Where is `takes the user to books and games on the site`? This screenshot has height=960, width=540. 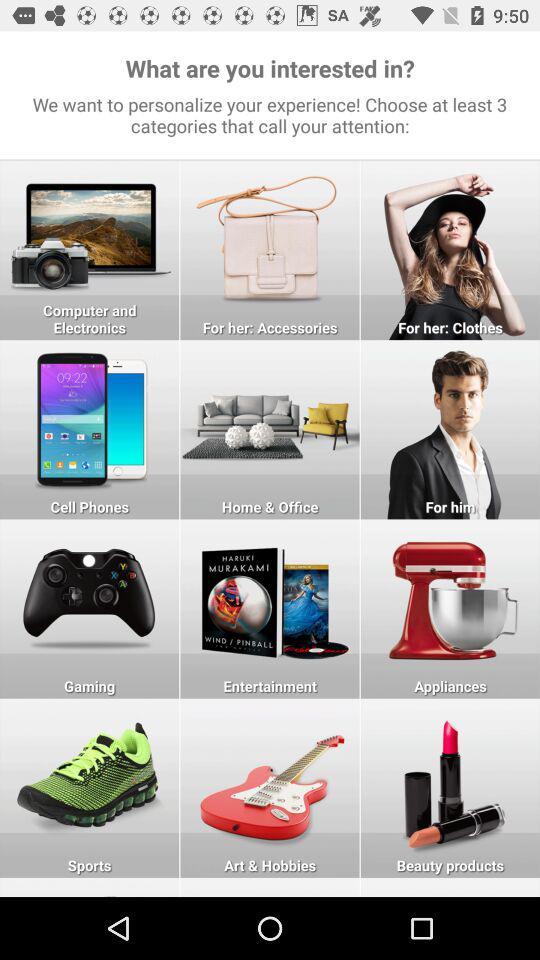 takes the user to books and games on the site is located at coordinates (270, 608).